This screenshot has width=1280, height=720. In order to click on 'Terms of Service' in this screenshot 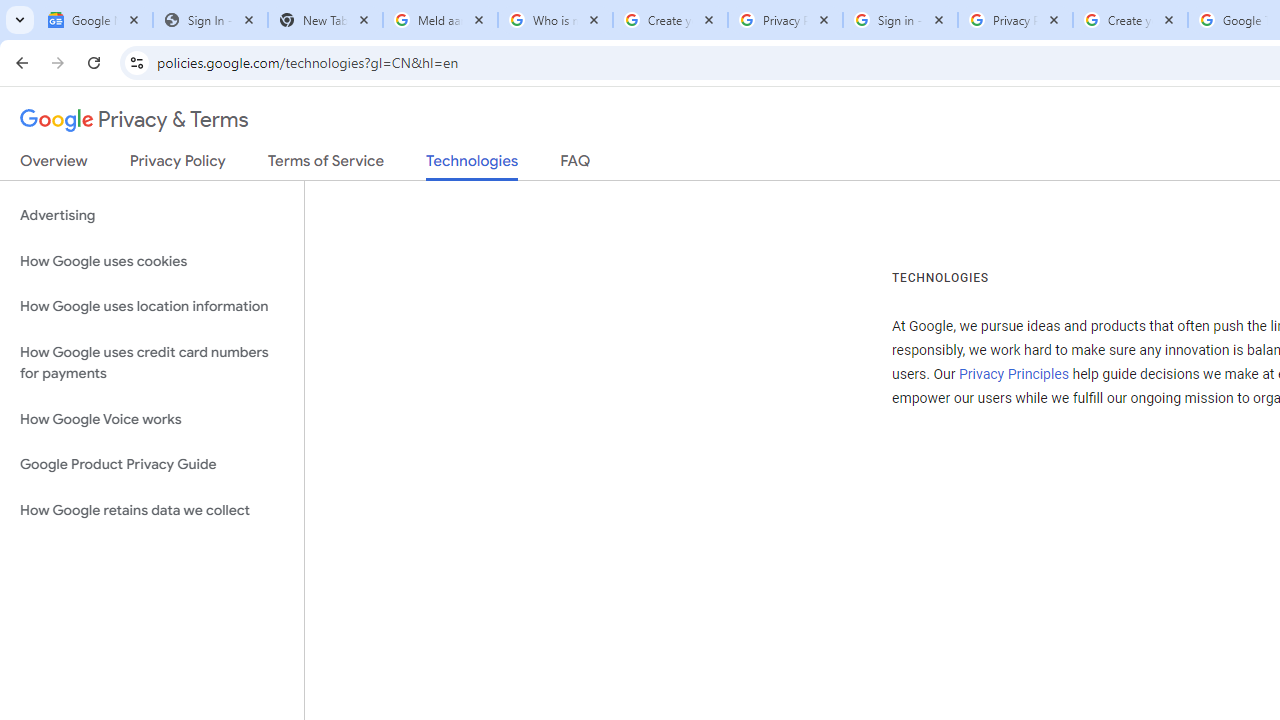, I will do `click(326, 164)`.